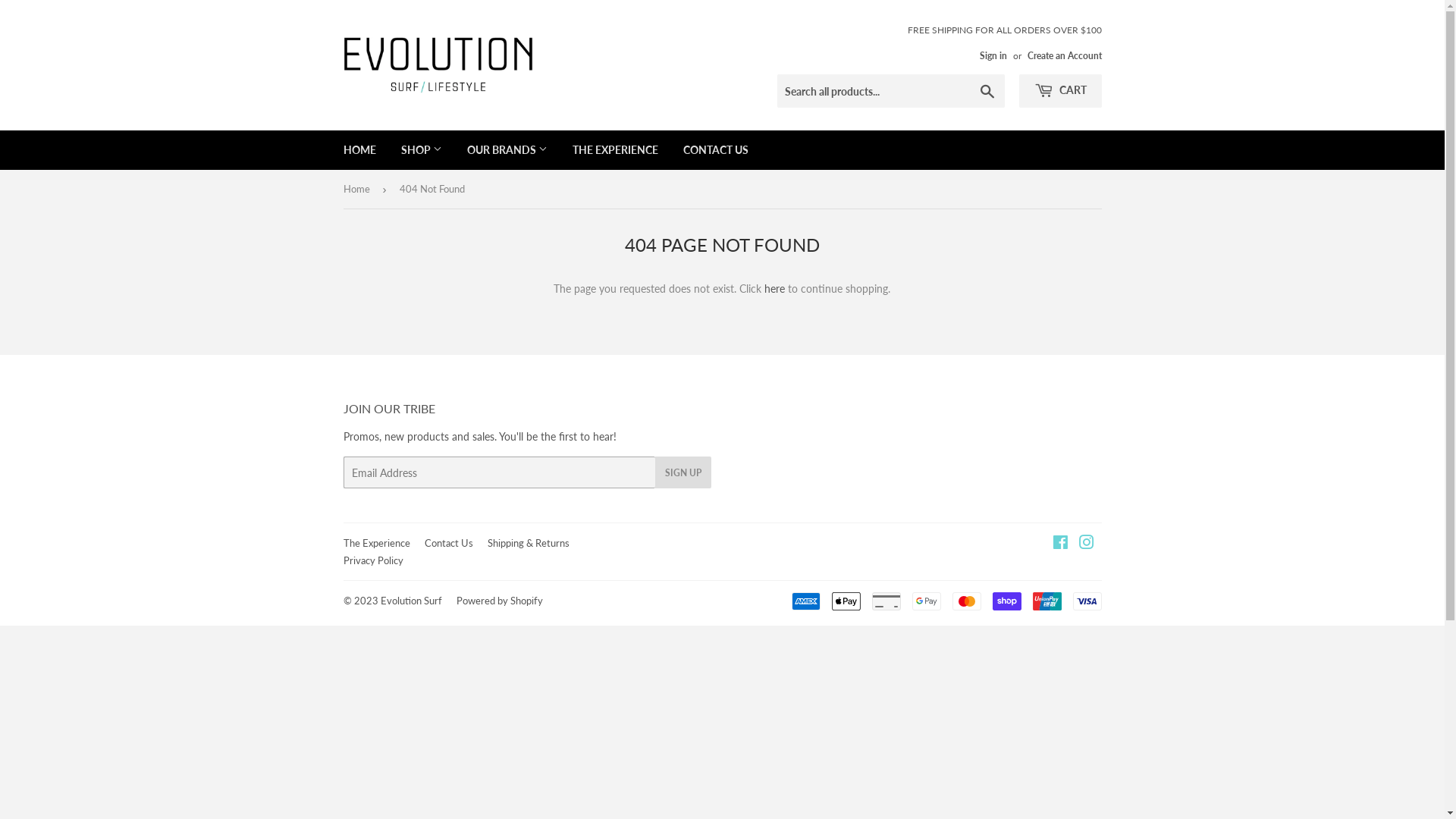  What do you see at coordinates (375, 542) in the screenshot?
I see `'The Experience'` at bounding box center [375, 542].